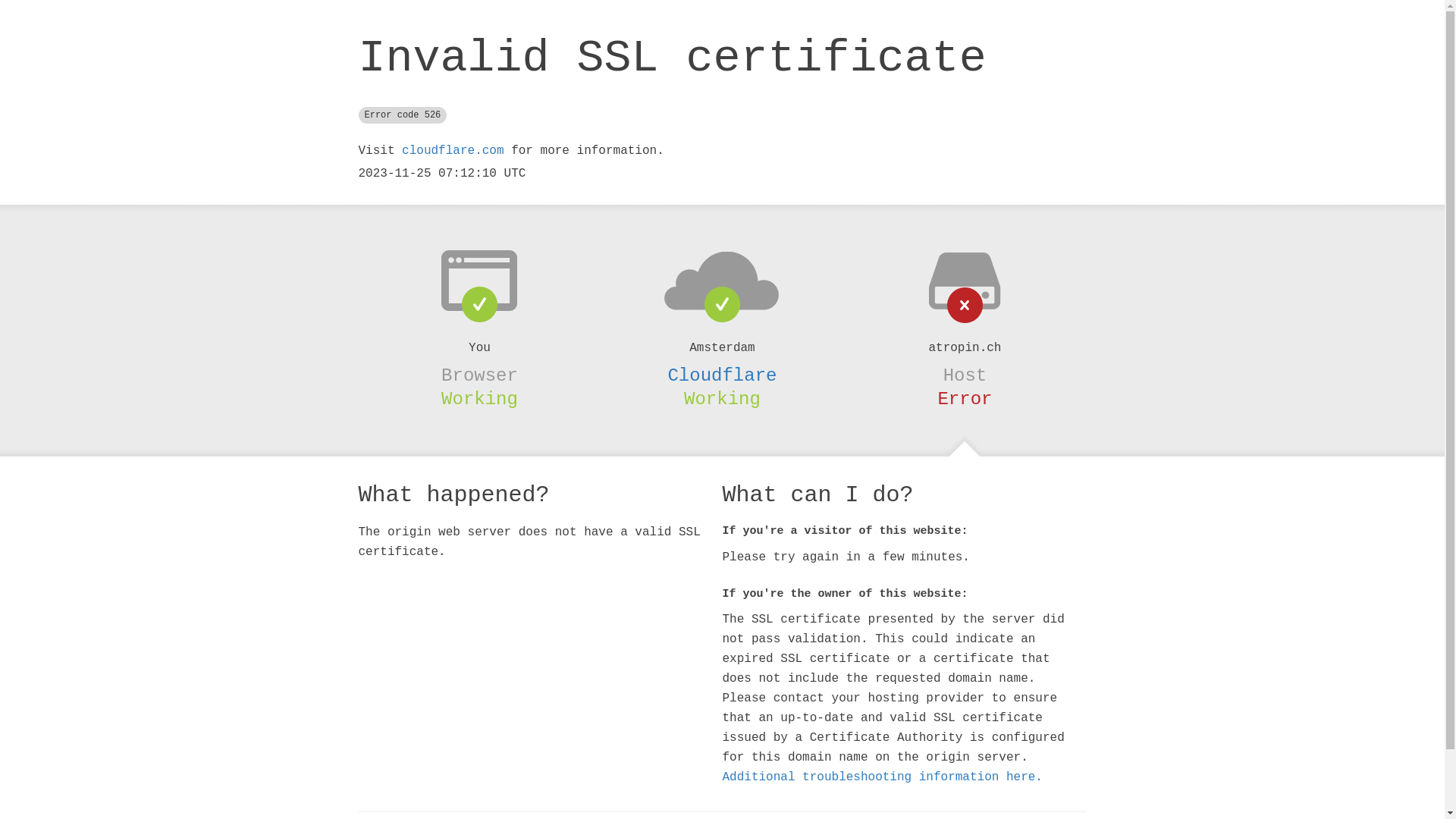 Image resolution: width=1456 pixels, height=819 pixels. What do you see at coordinates (451, 151) in the screenshot?
I see `'cloudflare.com'` at bounding box center [451, 151].